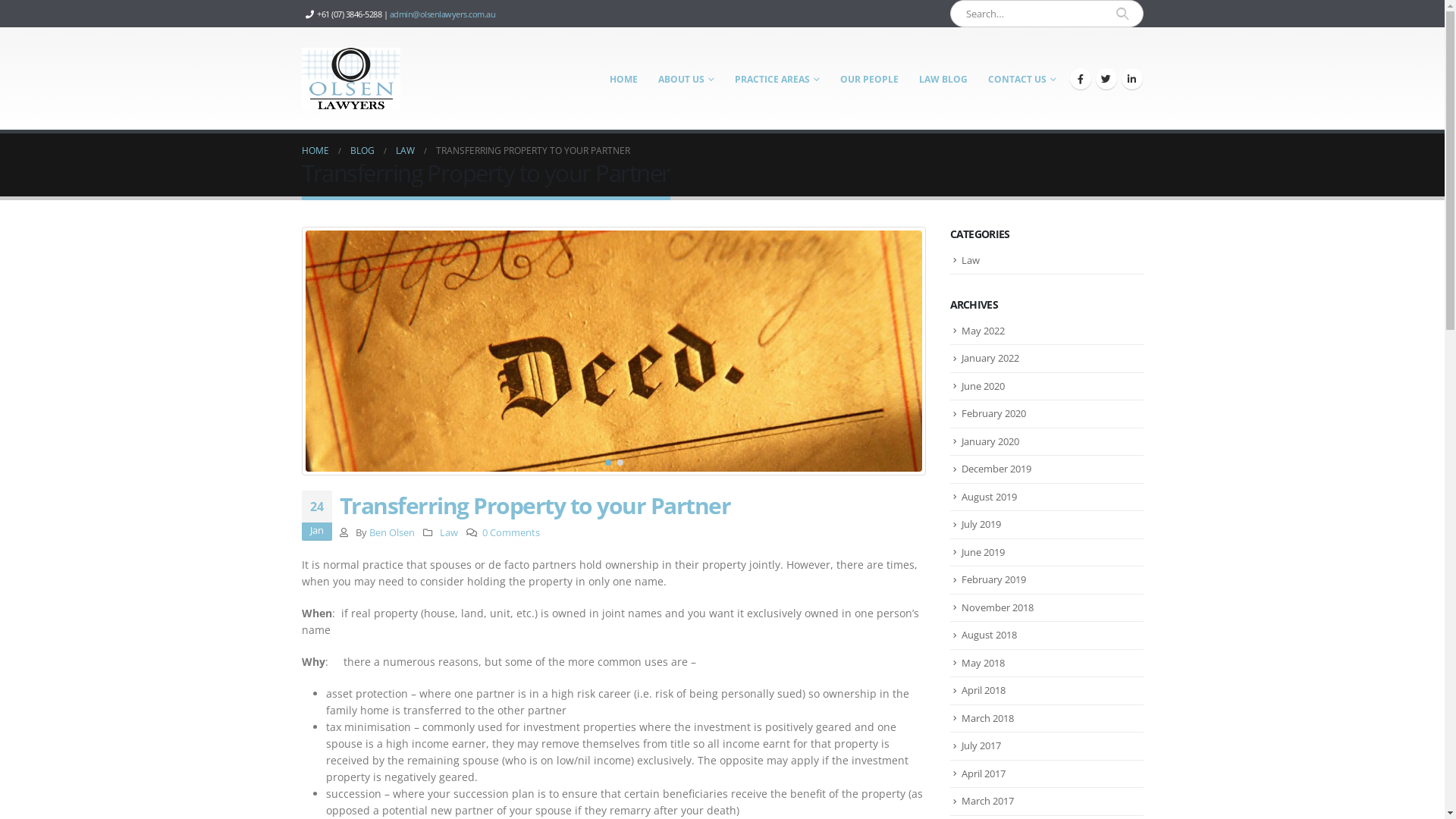 The height and width of the screenshot is (819, 1456). I want to click on 'LAW', so click(405, 151).